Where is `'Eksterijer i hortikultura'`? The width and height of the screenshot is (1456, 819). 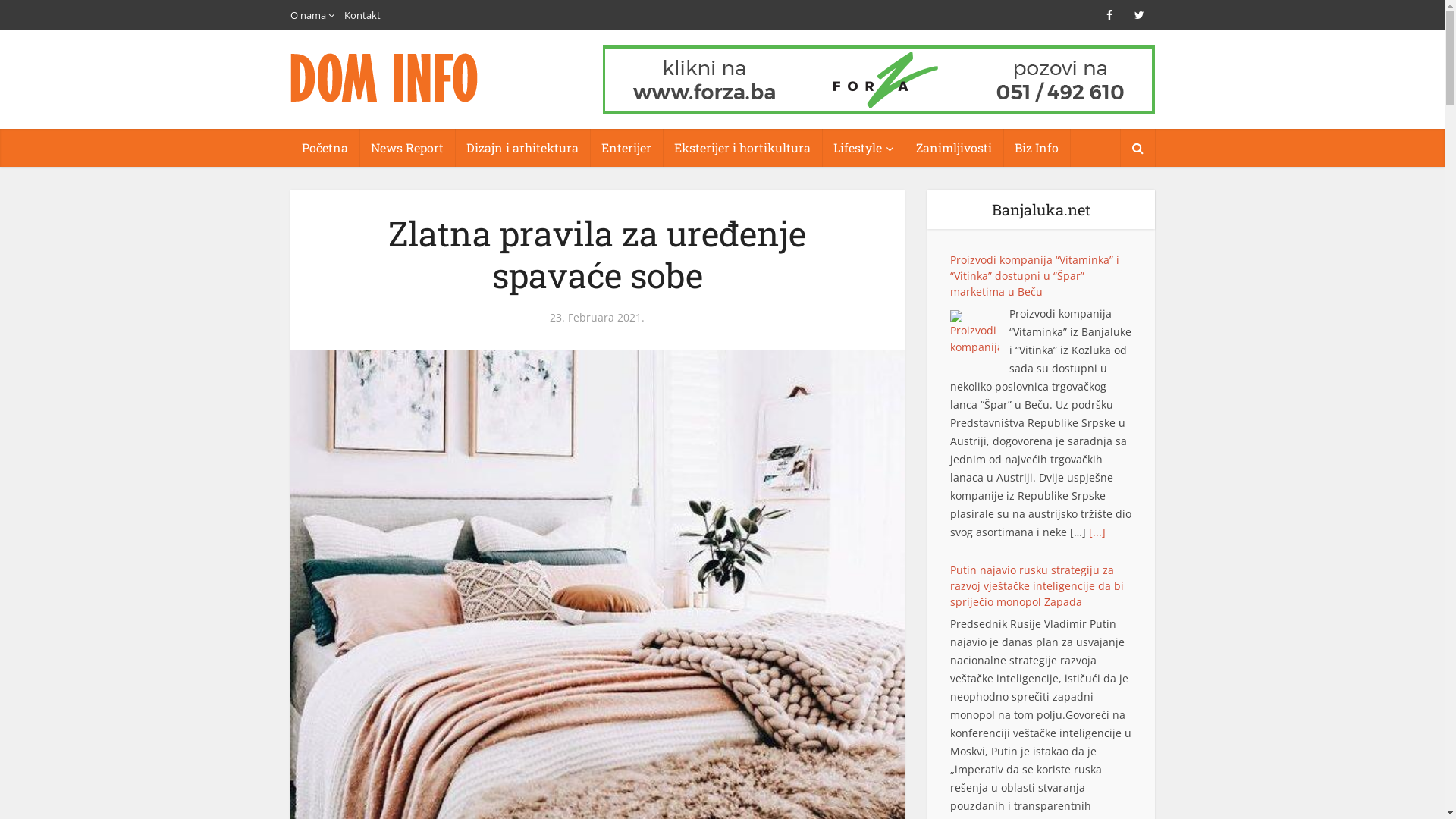
'Eksterijer i hortikultura' is located at coordinates (662, 148).